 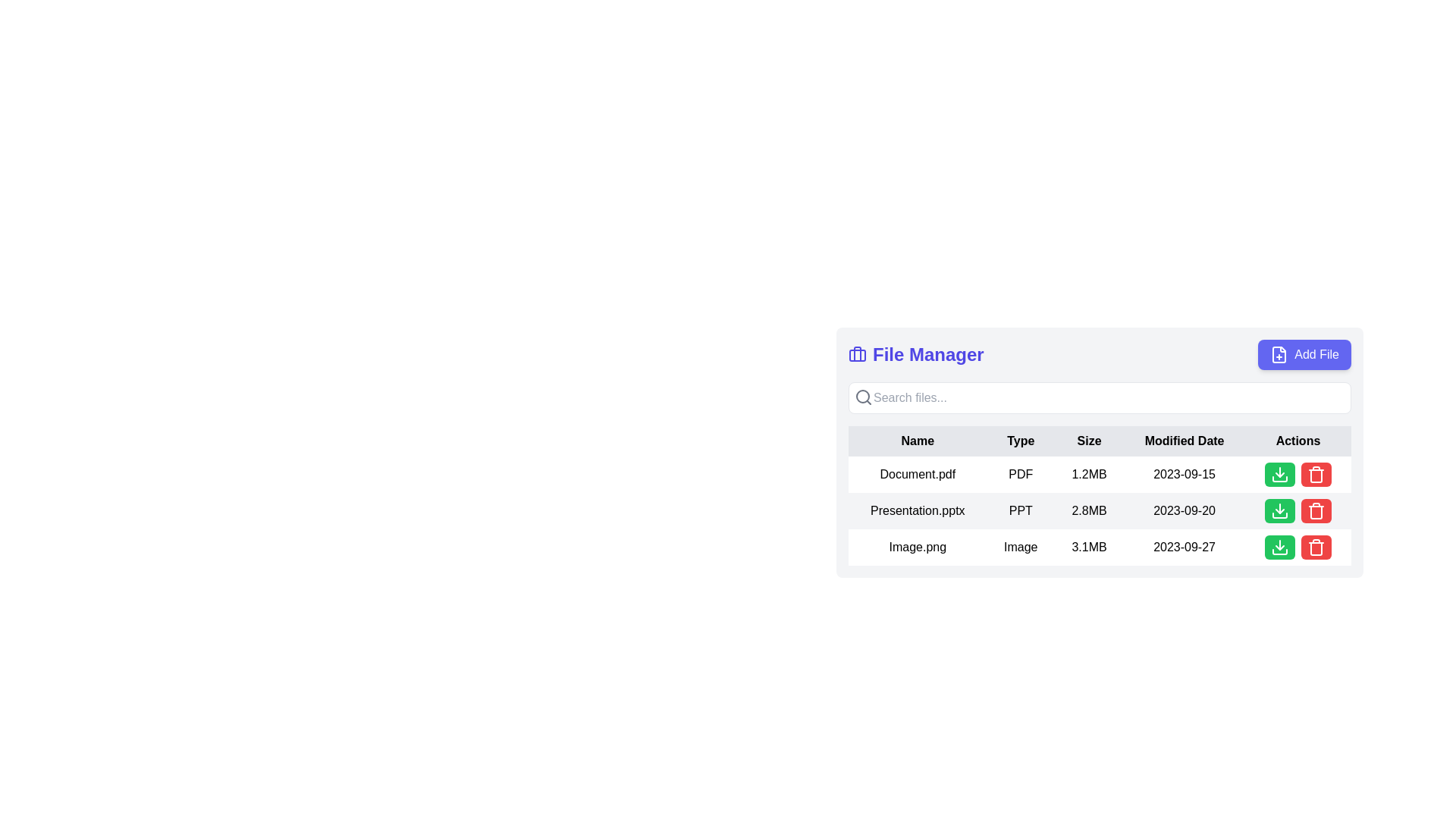 What do you see at coordinates (858, 354) in the screenshot?
I see `the Briefcase icon that indicates the 'File Manager' section, located at the top center of the interface` at bounding box center [858, 354].